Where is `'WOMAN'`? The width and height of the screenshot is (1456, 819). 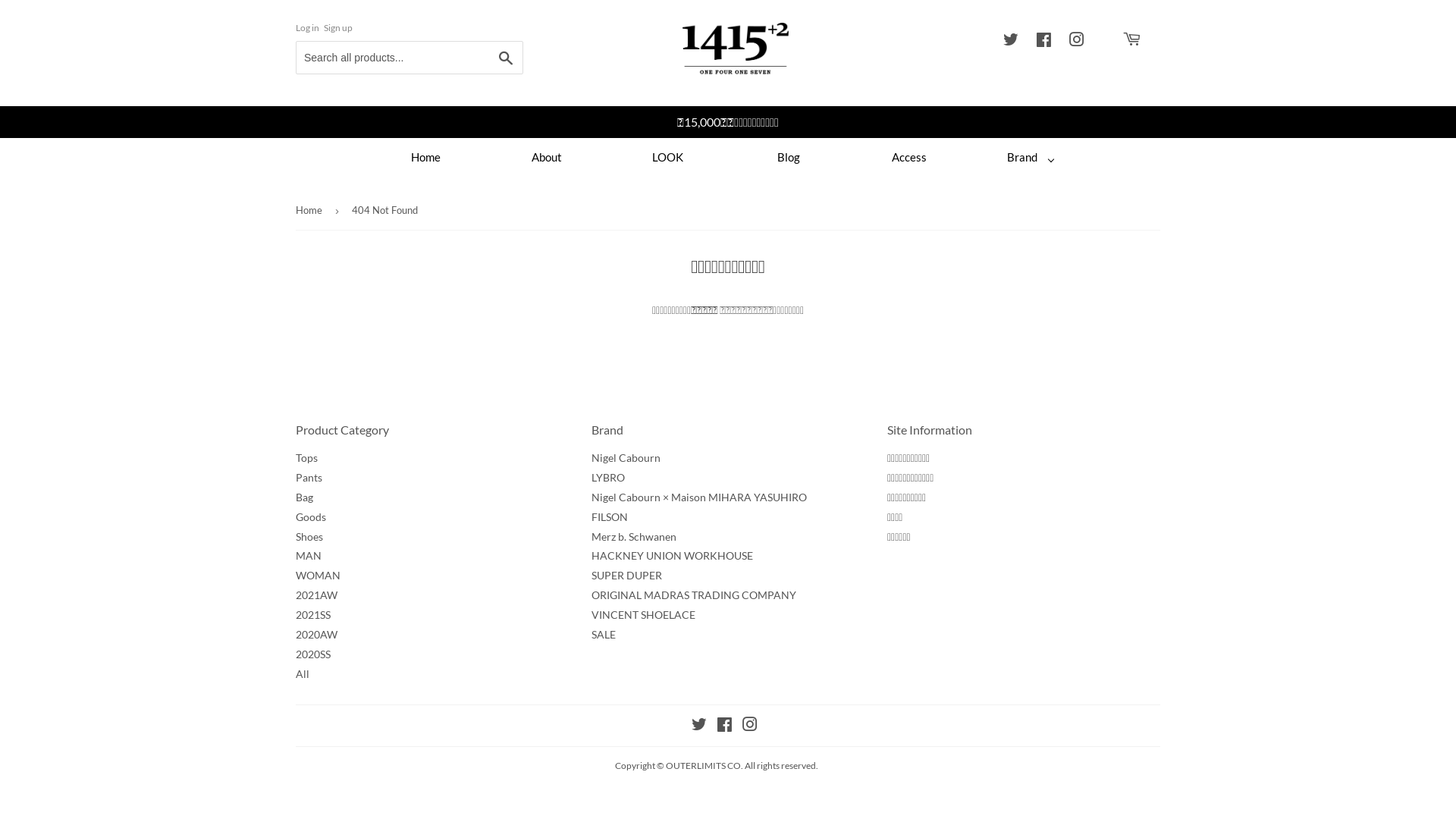
'WOMAN' is located at coordinates (295, 575).